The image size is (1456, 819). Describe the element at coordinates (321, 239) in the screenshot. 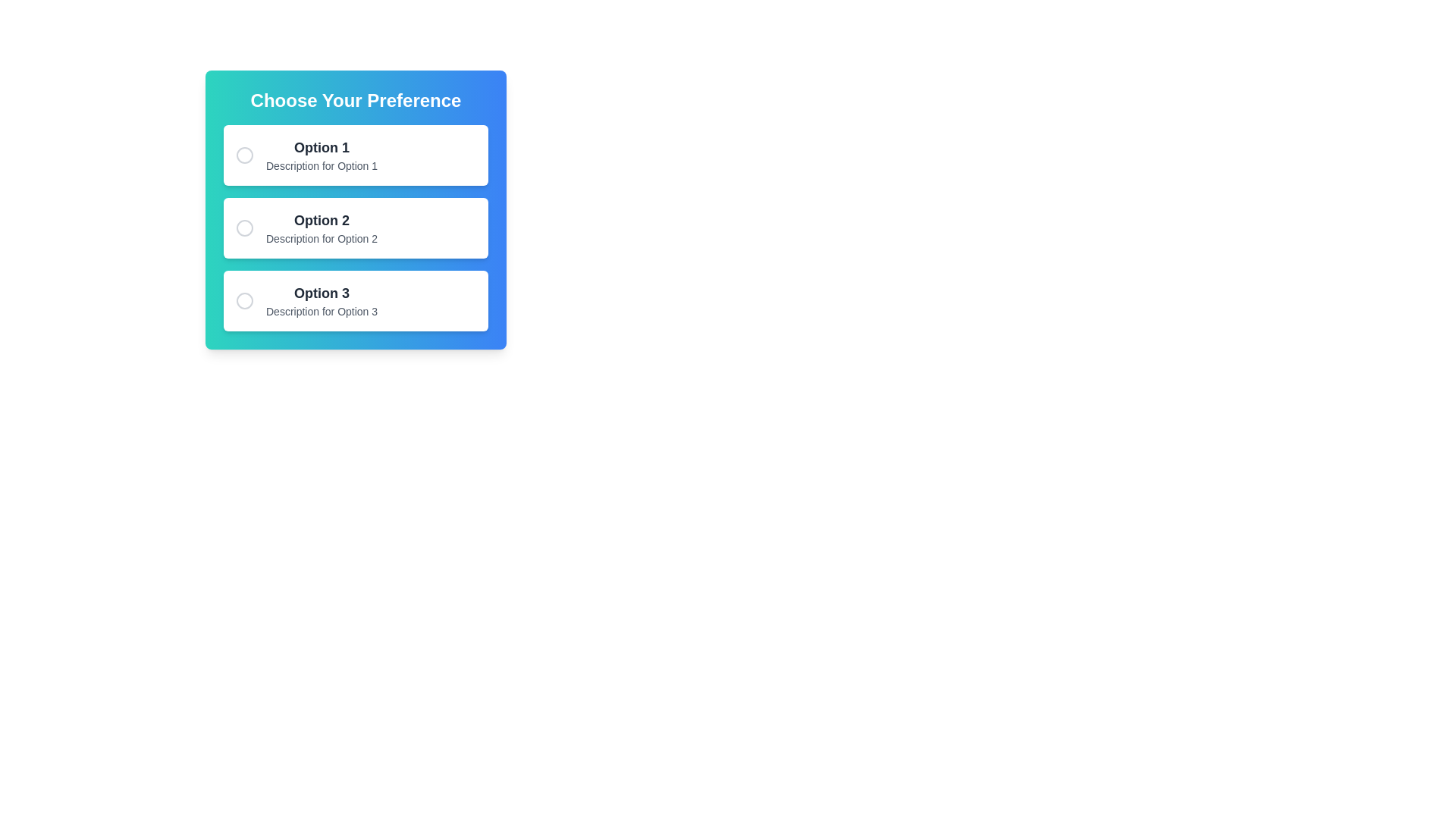

I see `the informational Text Label that provides details about 'Option 2', located directly below the 'Option 2' label` at that location.